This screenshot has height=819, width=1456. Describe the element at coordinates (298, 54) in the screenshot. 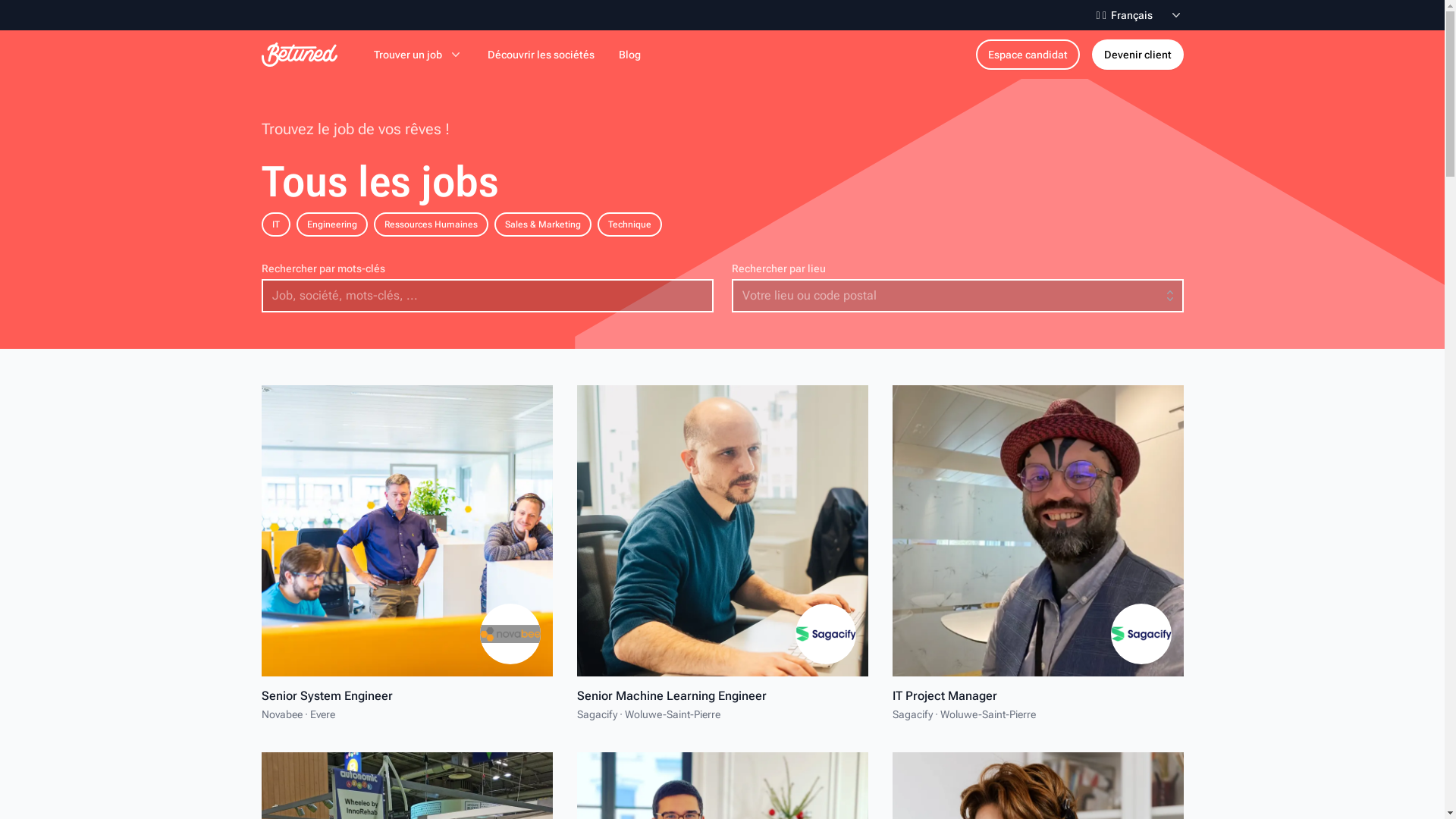

I see `'Betuned'` at that location.